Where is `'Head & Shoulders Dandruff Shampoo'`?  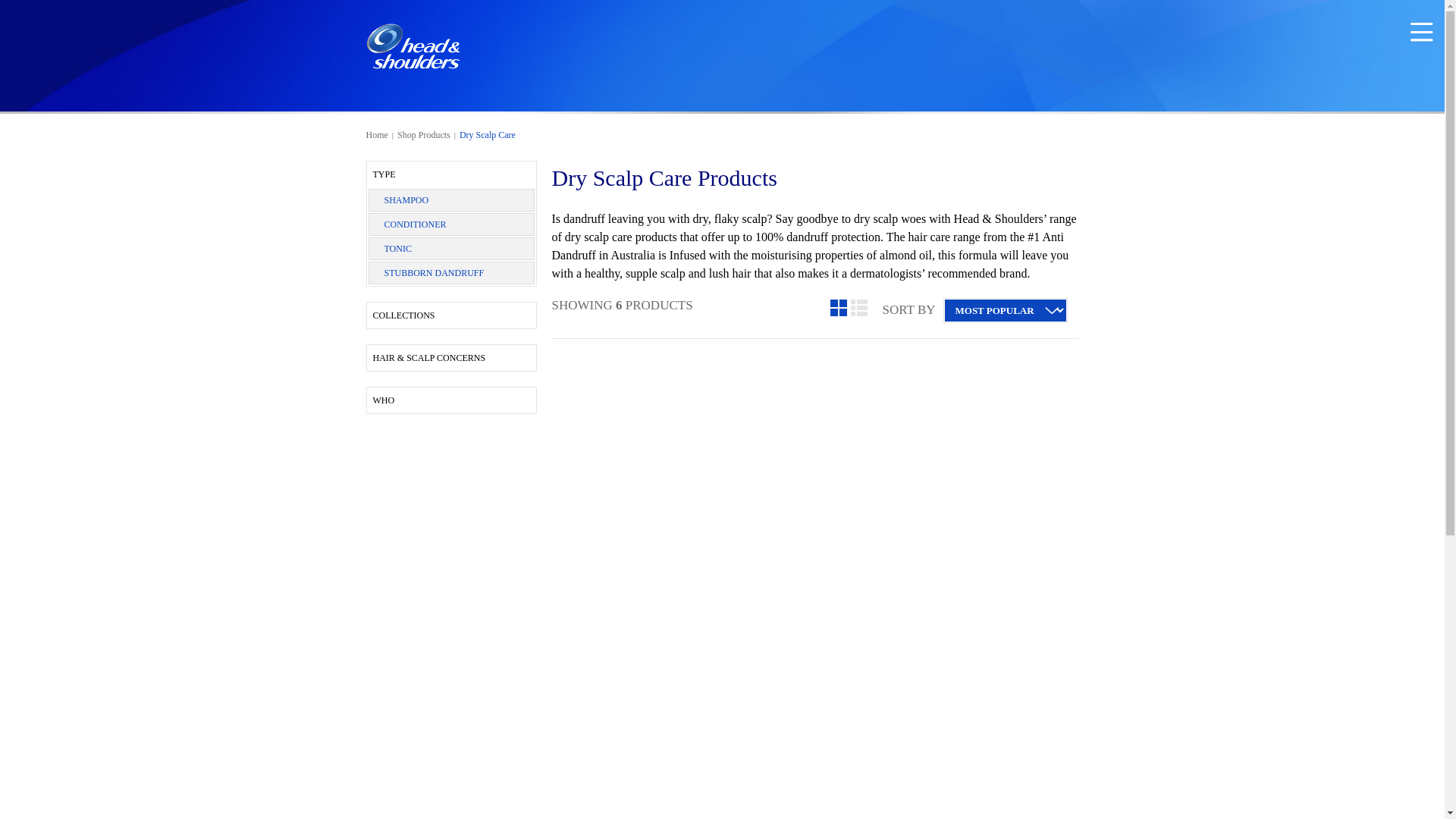 'Head & Shoulders Dandruff Shampoo' is located at coordinates (412, 45).